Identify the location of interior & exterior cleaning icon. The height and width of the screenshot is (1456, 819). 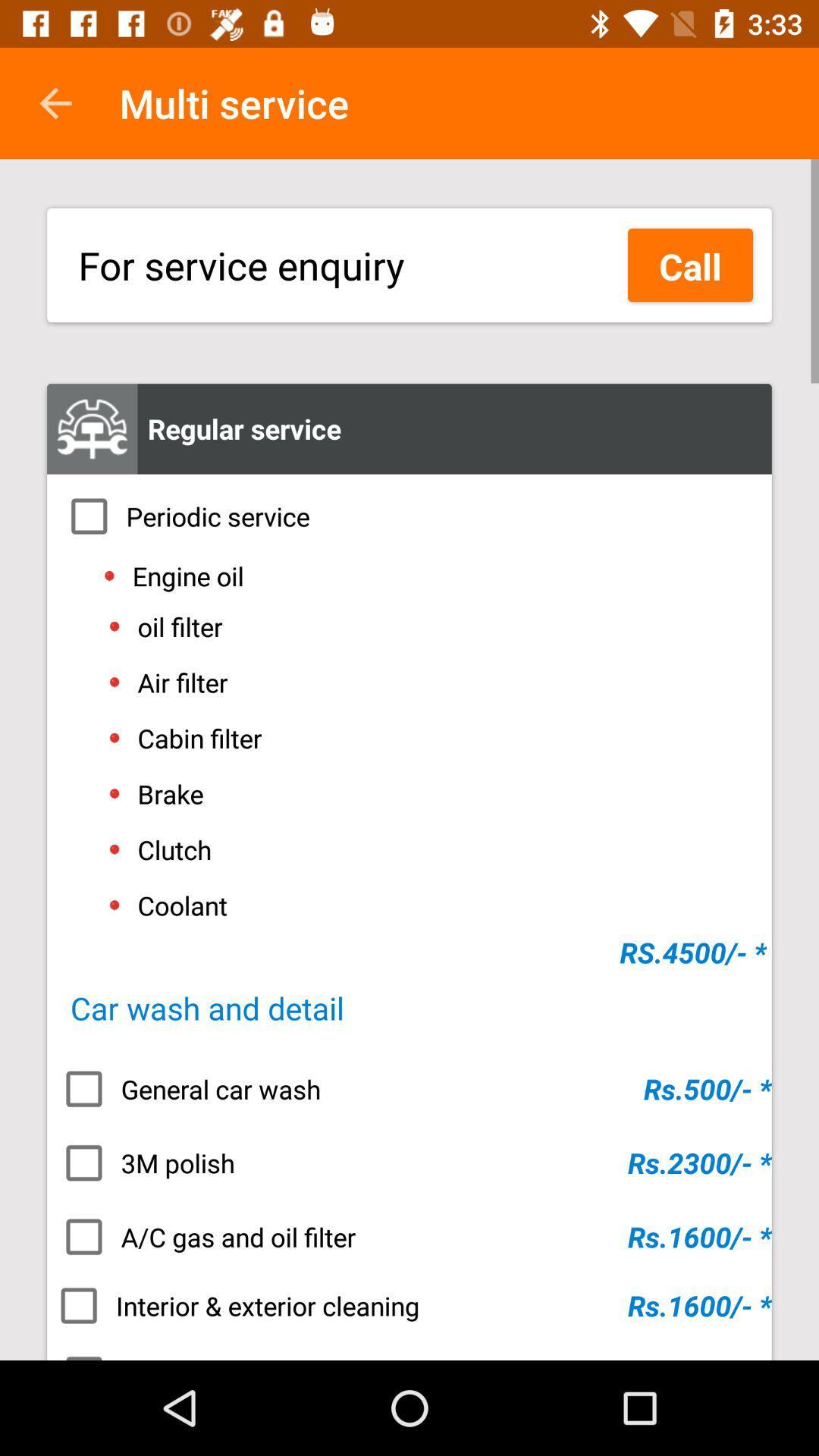
(409, 1305).